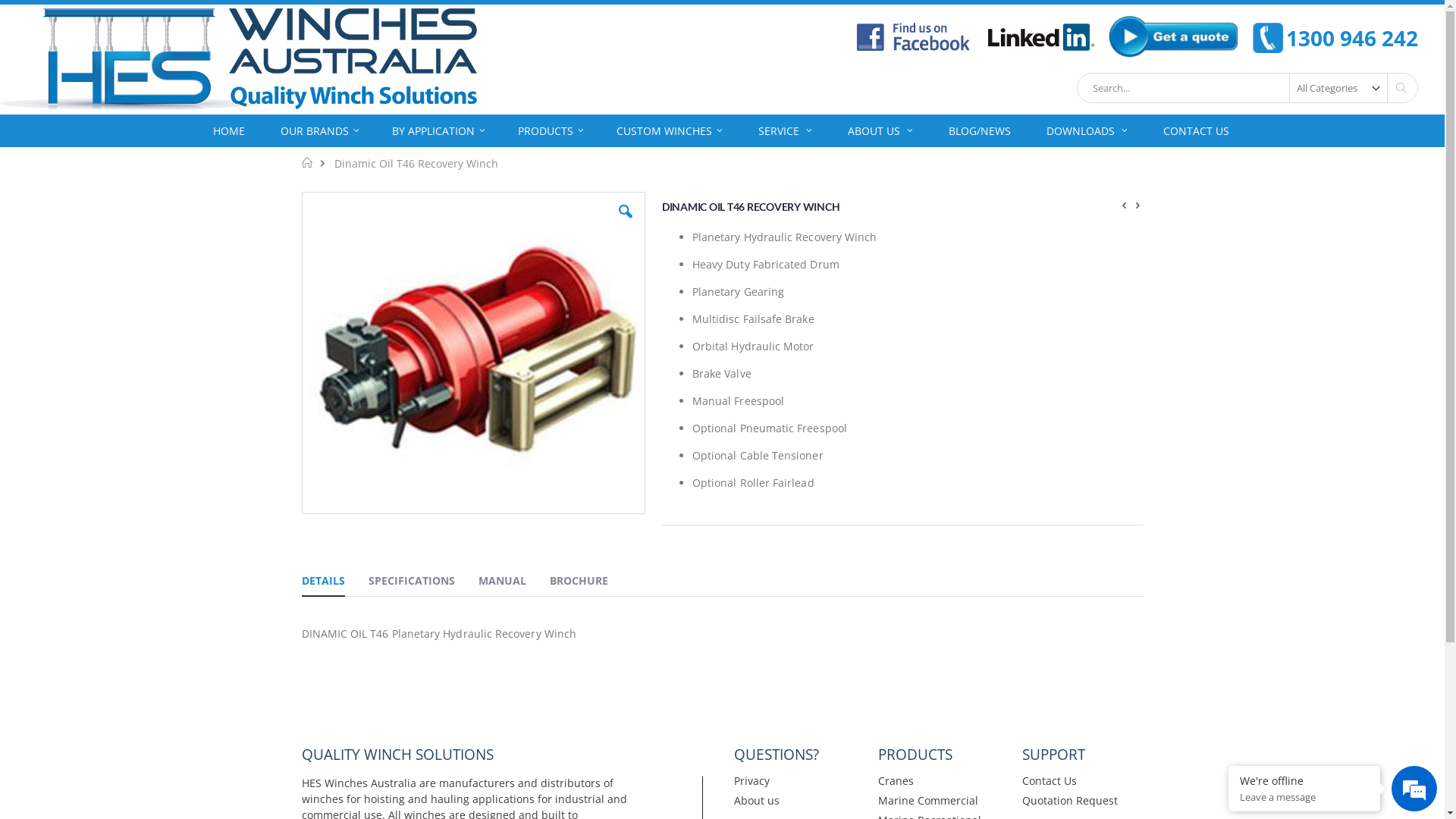  I want to click on 'BLOG/NEWS', so click(979, 130).